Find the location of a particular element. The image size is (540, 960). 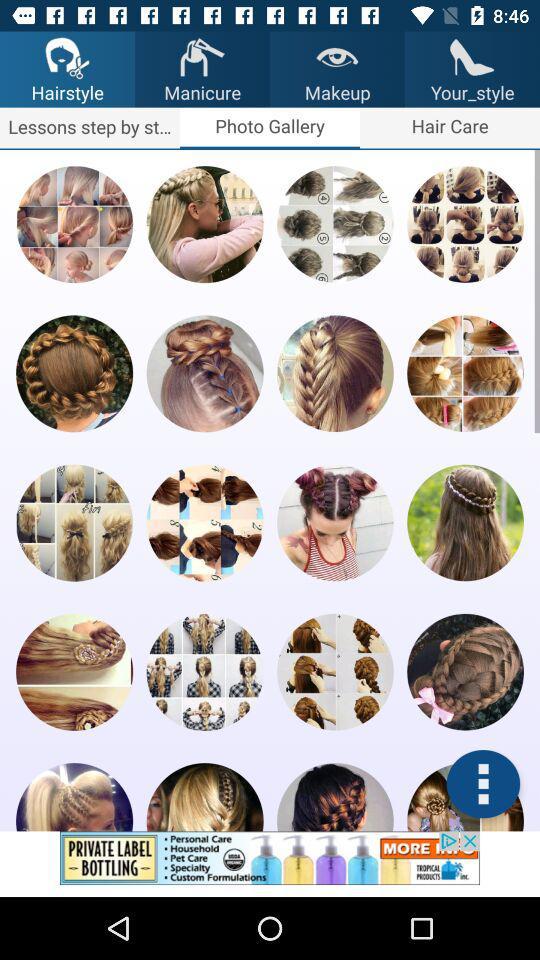

hairstyle is located at coordinates (335, 797).